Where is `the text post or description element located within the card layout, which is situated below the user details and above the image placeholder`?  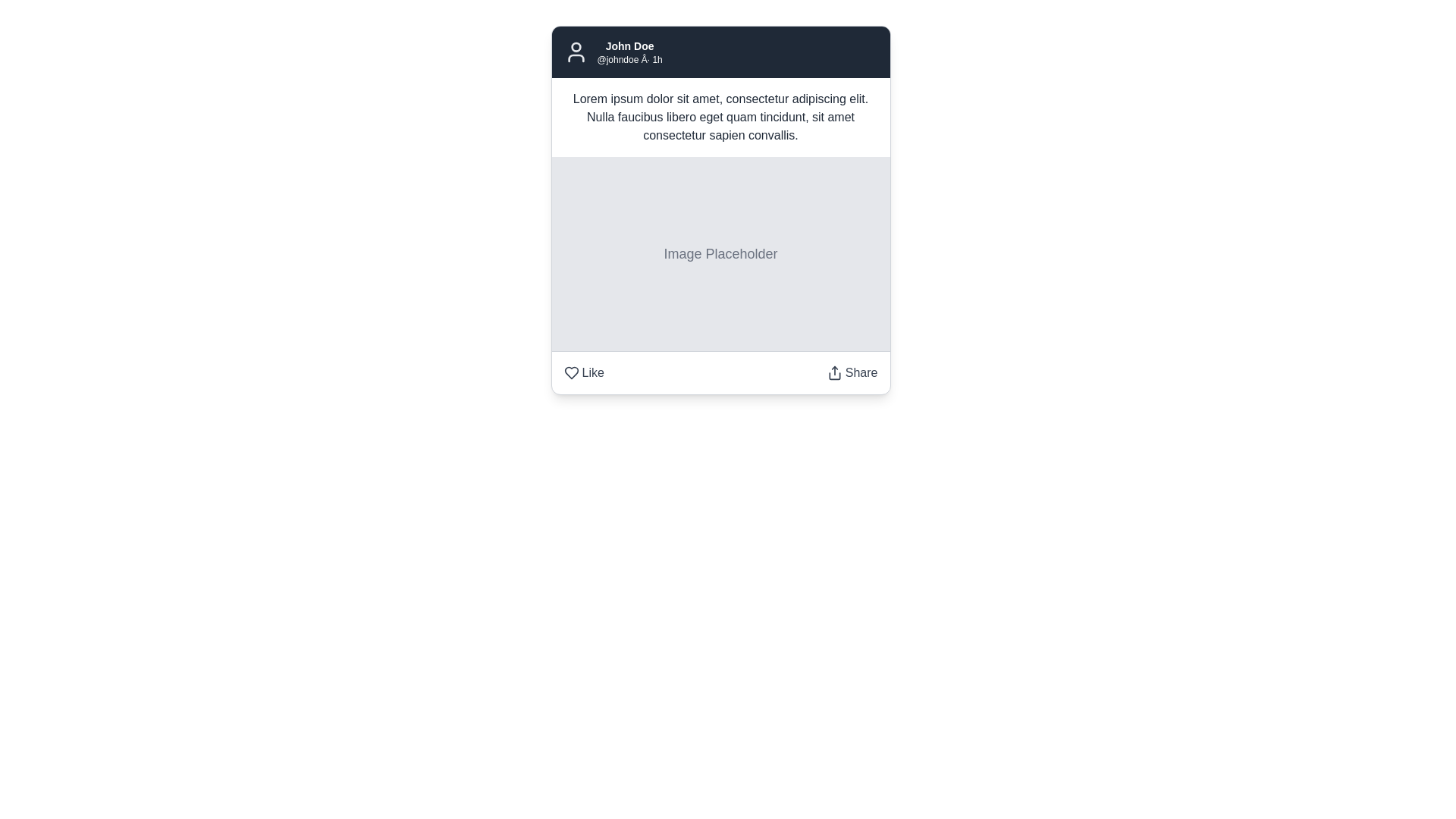
the text post or description element located within the card layout, which is situated below the user details and above the image placeholder is located at coordinates (720, 116).